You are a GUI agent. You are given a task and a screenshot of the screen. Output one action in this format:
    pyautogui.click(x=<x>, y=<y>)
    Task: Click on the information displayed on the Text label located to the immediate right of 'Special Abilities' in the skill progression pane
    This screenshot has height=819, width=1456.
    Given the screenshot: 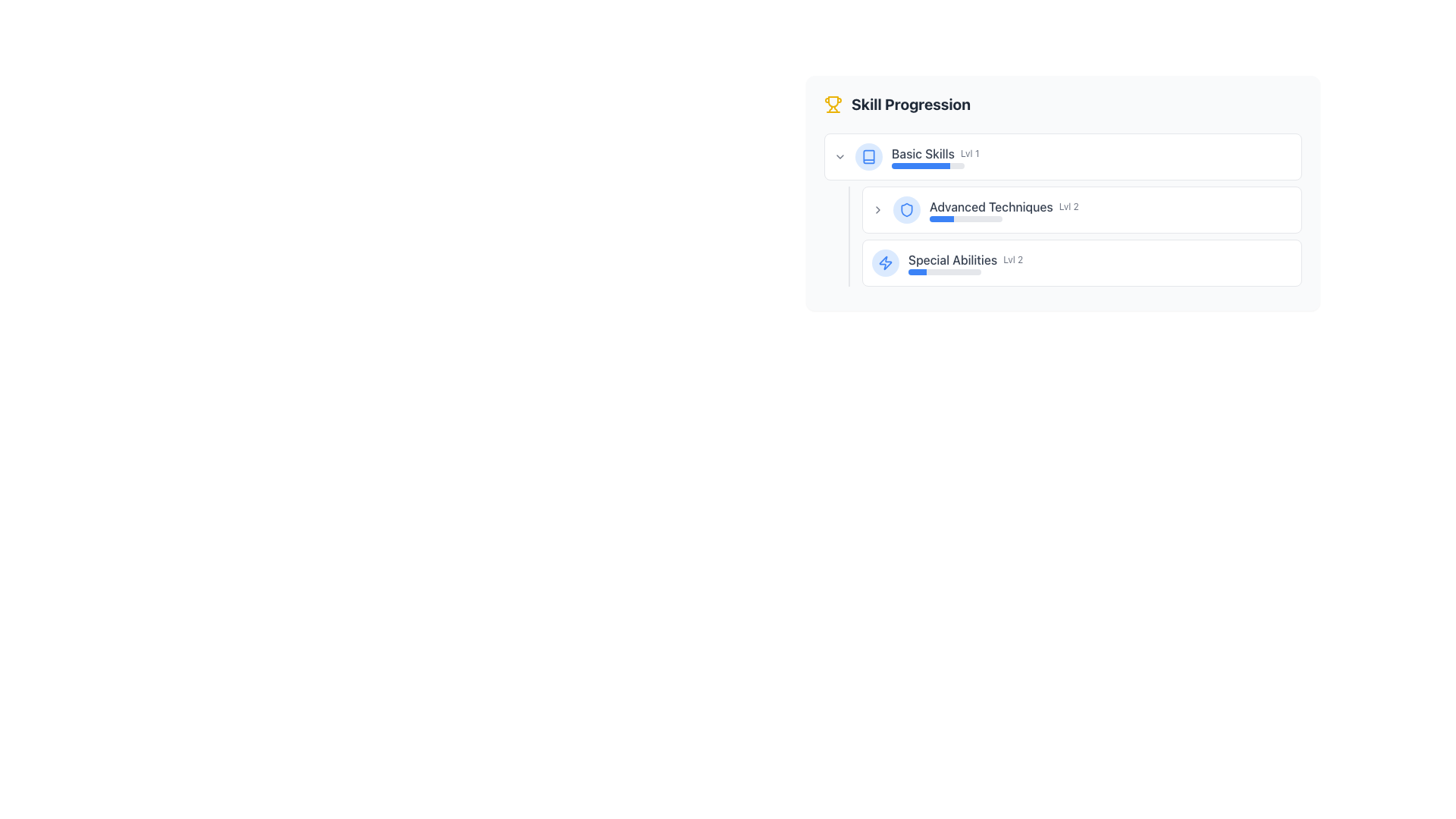 What is the action you would take?
    pyautogui.click(x=1013, y=259)
    